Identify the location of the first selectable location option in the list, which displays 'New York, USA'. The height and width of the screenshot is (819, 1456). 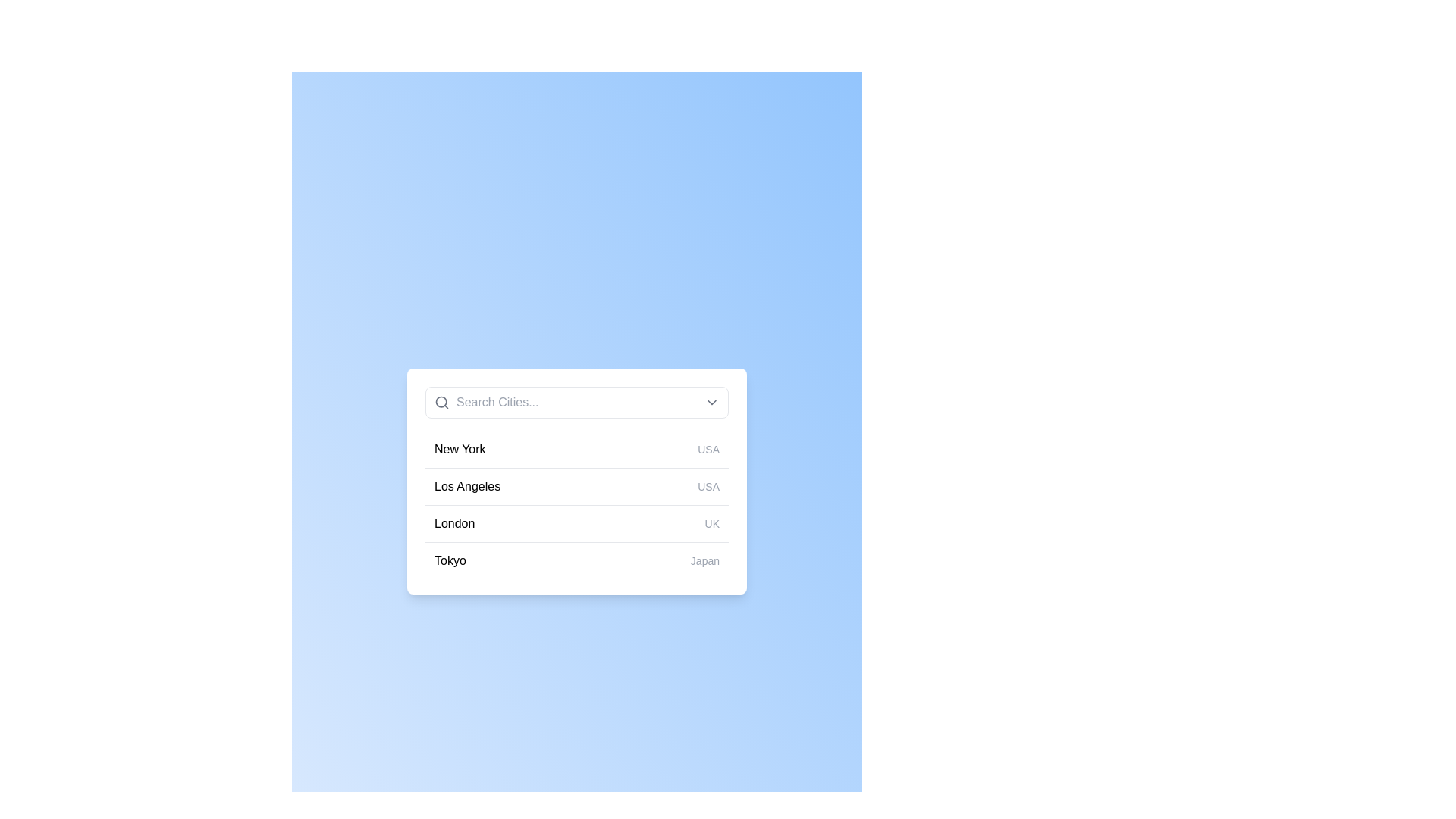
(576, 449).